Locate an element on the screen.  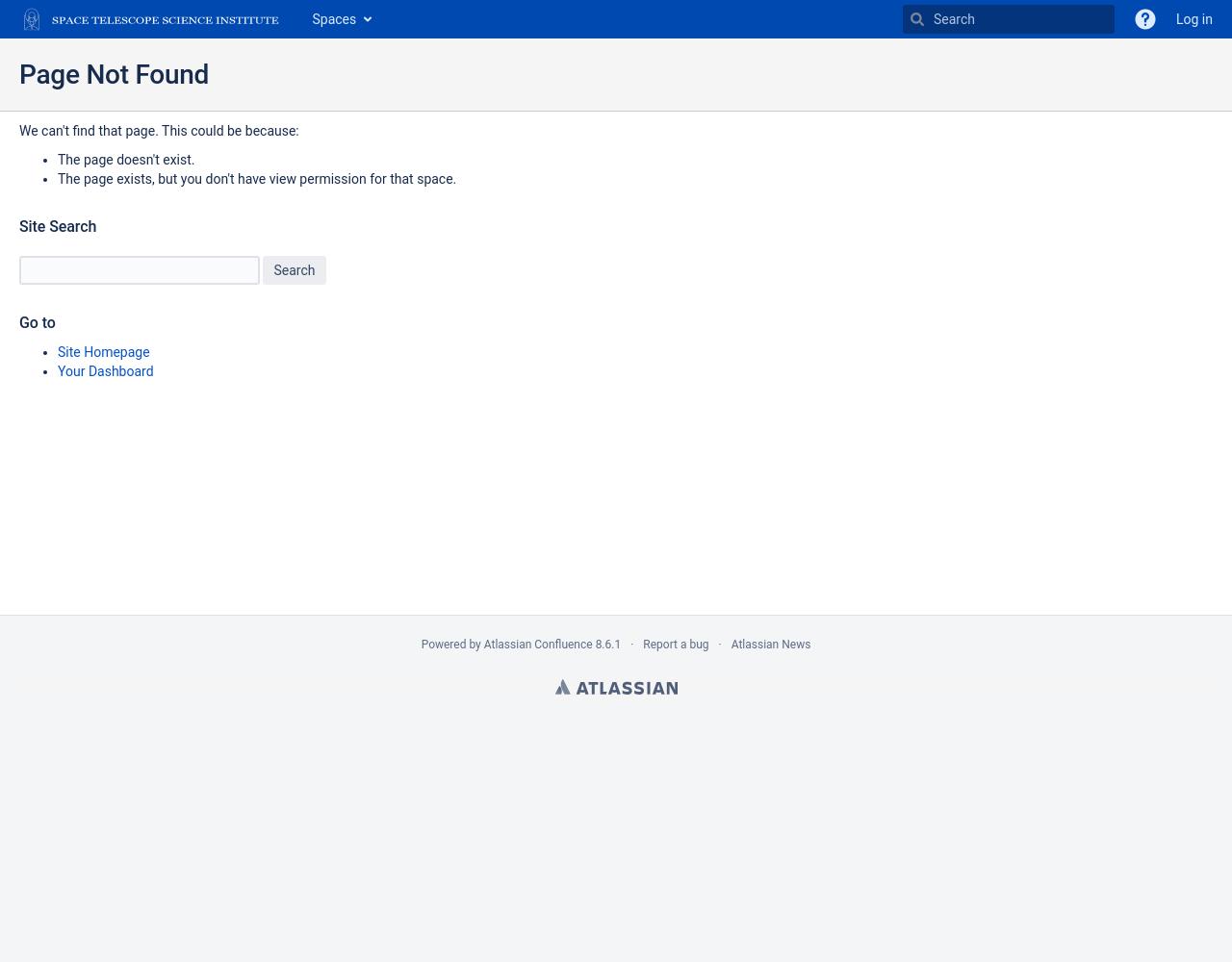
'Go to' is located at coordinates (37, 321).